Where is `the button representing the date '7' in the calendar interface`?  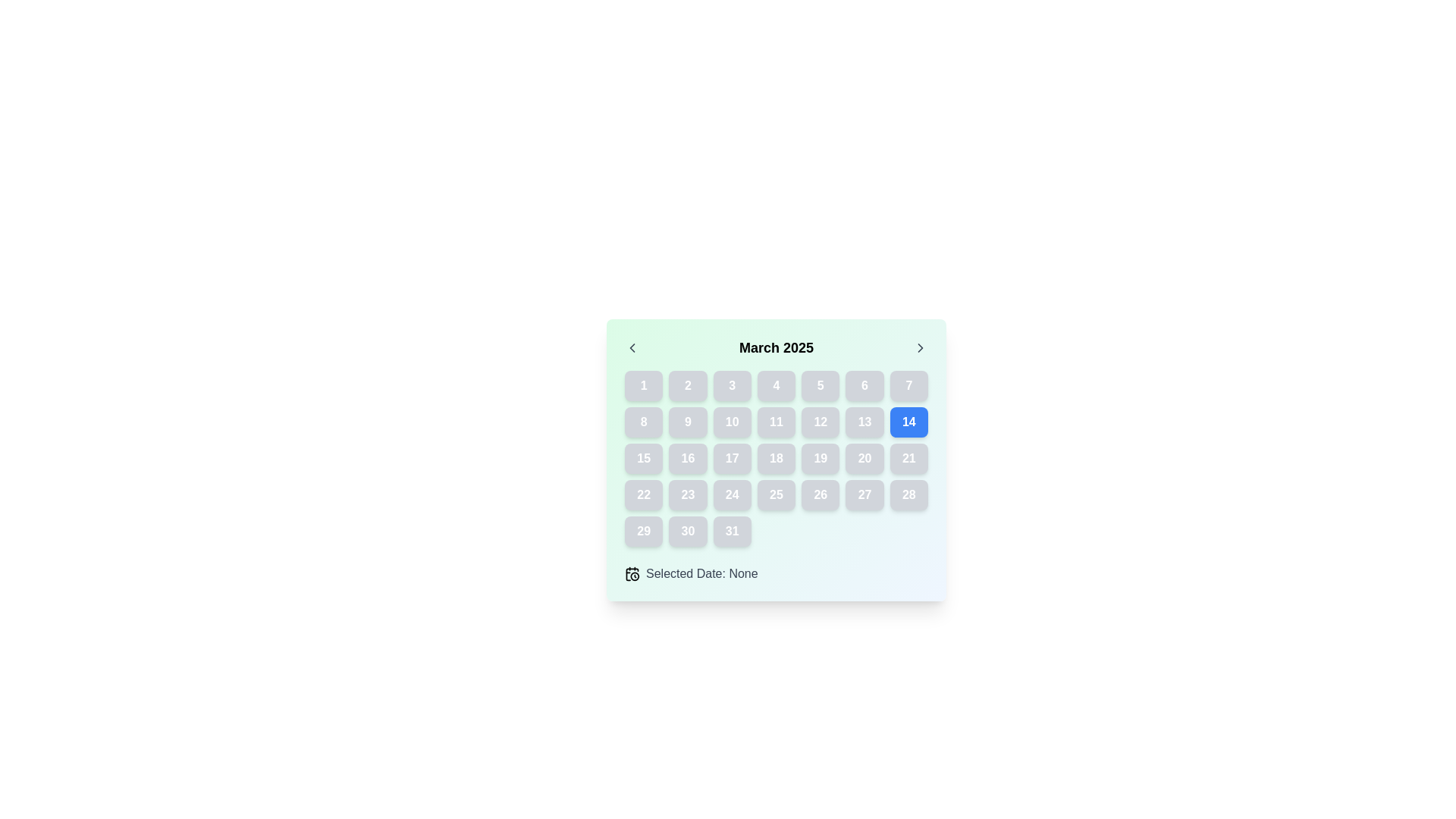 the button representing the date '7' in the calendar interface is located at coordinates (908, 385).